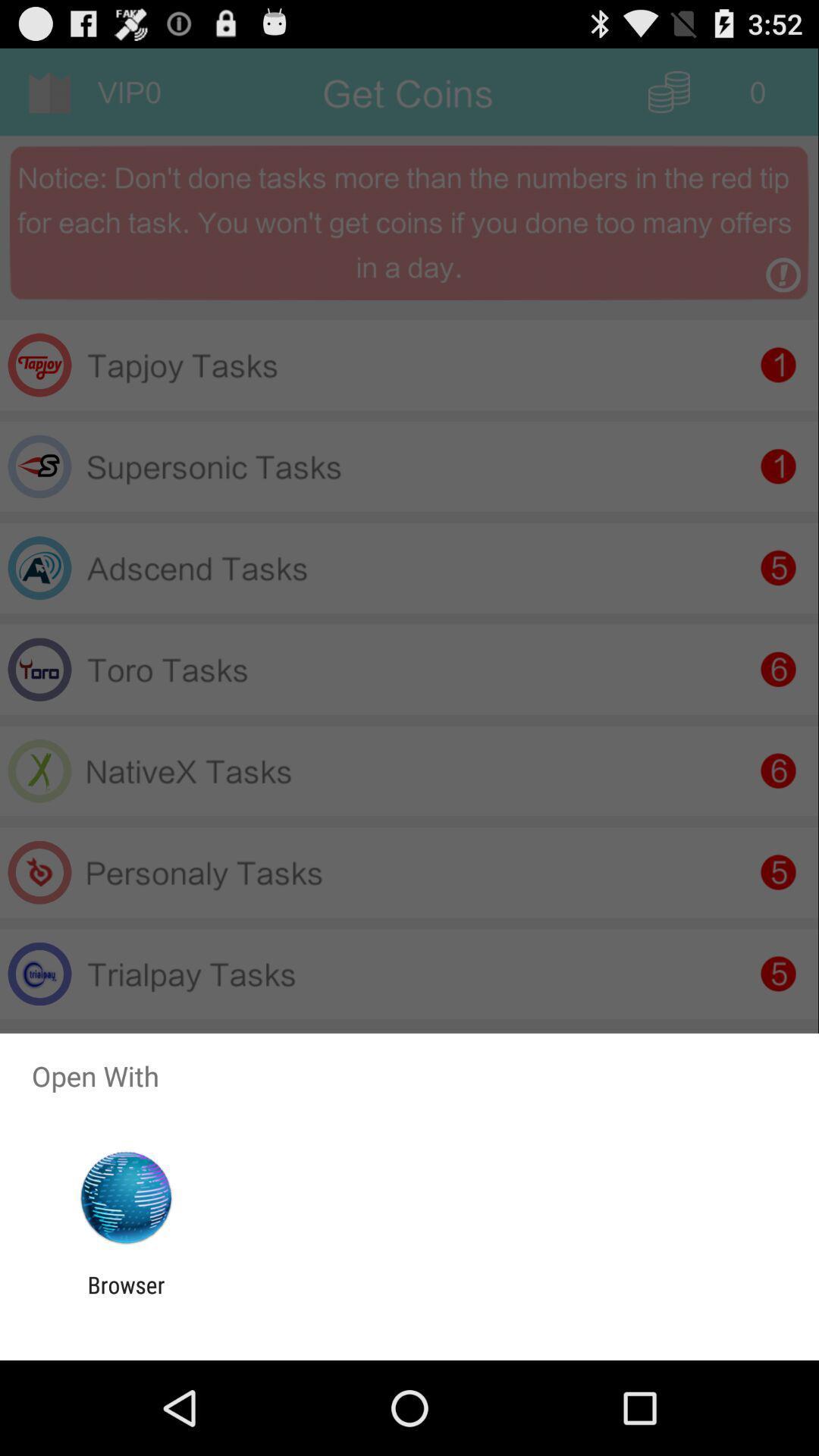 The image size is (819, 1456). What do you see at coordinates (125, 1197) in the screenshot?
I see `item above browser item` at bounding box center [125, 1197].